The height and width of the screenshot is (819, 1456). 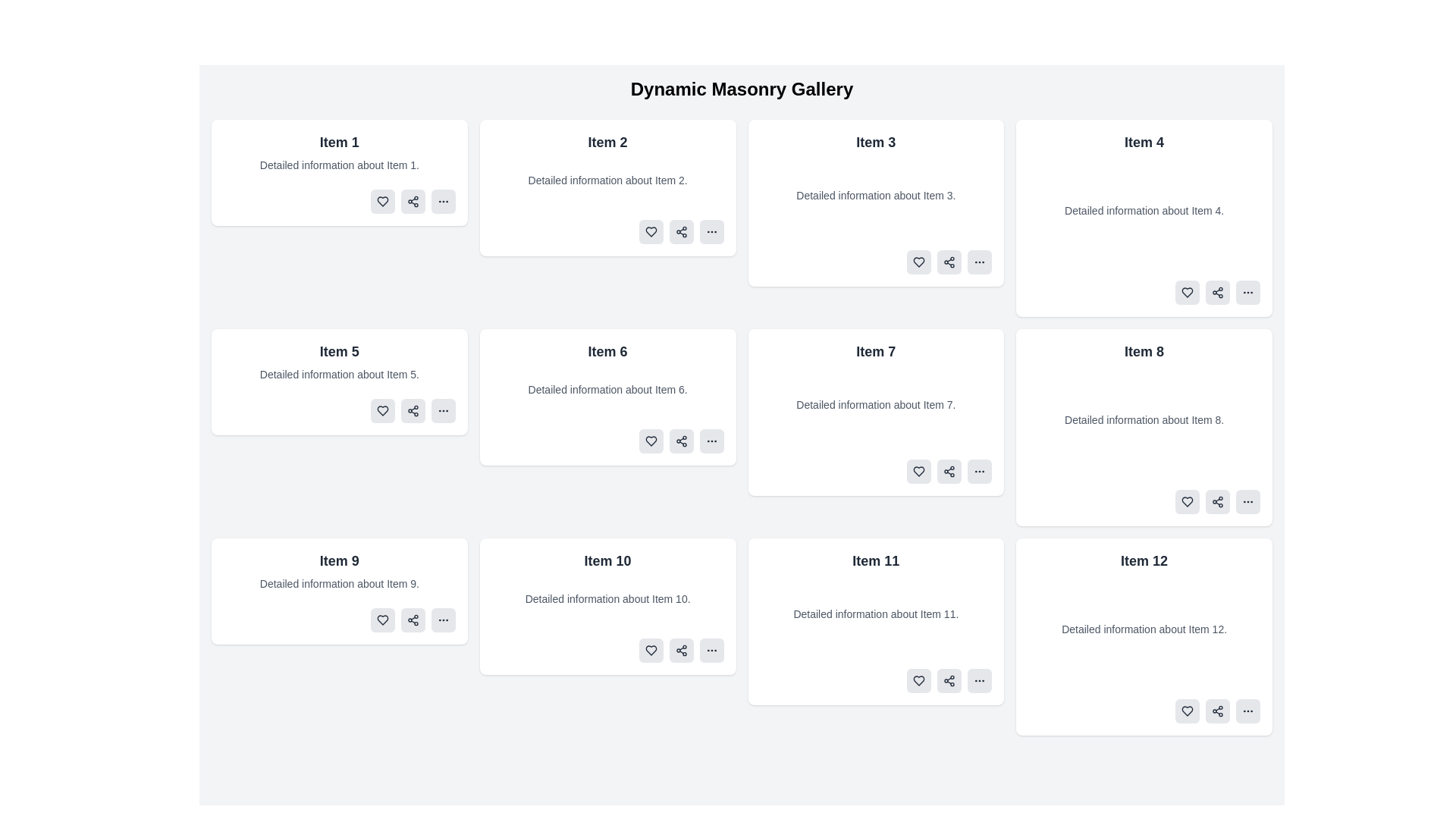 What do you see at coordinates (1186, 711) in the screenshot?
I see `the heart-shaped icon located in the bottom-right corner of the 'Item 12' card to like or favorite the item` at bounding box center [1186, 711].